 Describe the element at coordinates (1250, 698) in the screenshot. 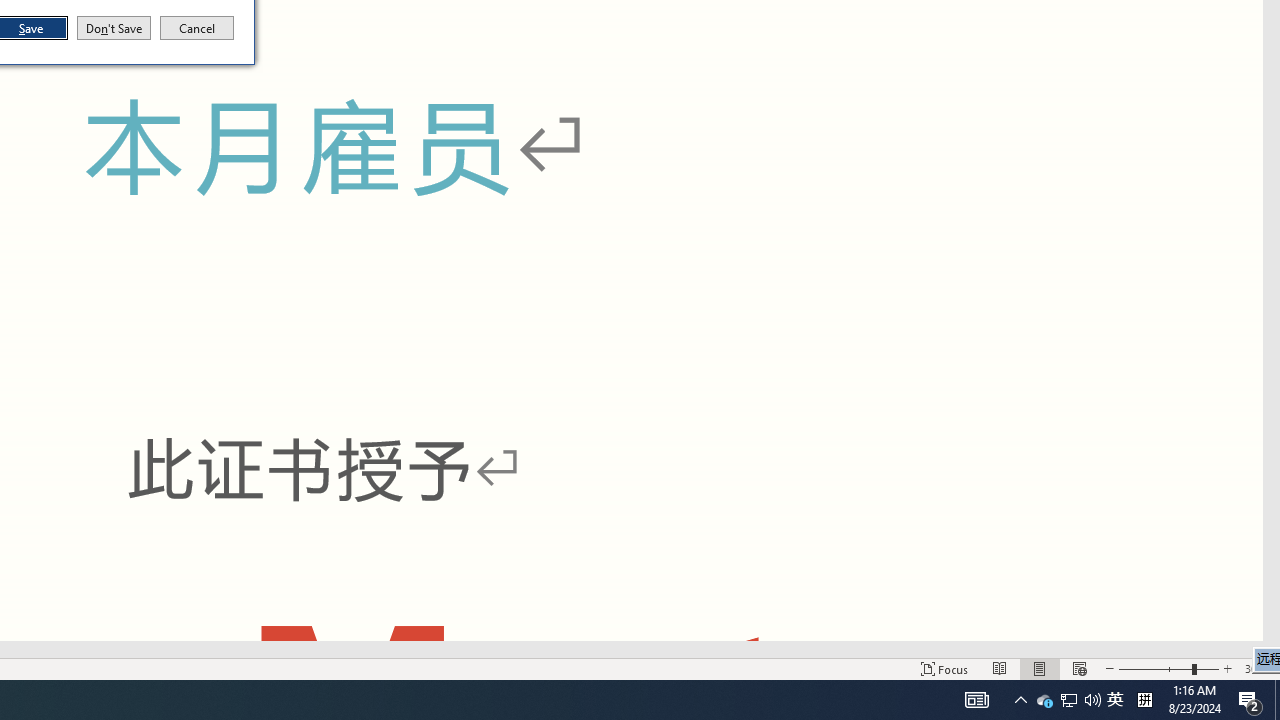

I see `'Action Center, 2 new notifications'` at that location.